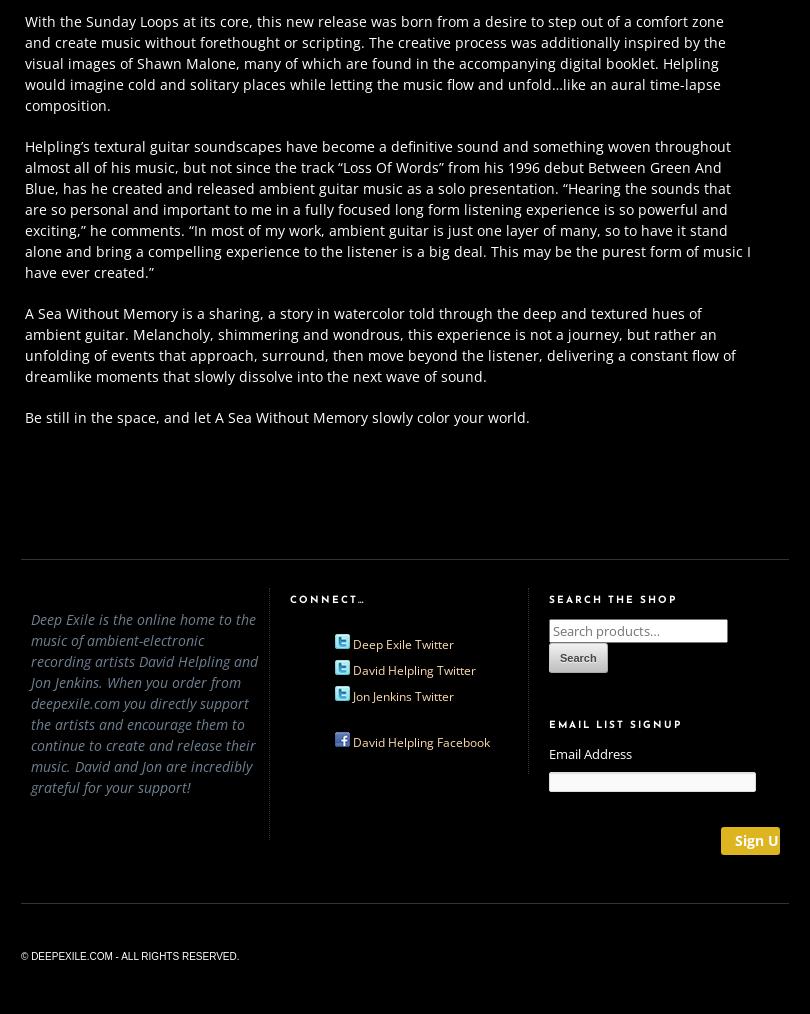 This screenshot has width=810, height=1014. I want to click on 'Search', so click(578, 657).